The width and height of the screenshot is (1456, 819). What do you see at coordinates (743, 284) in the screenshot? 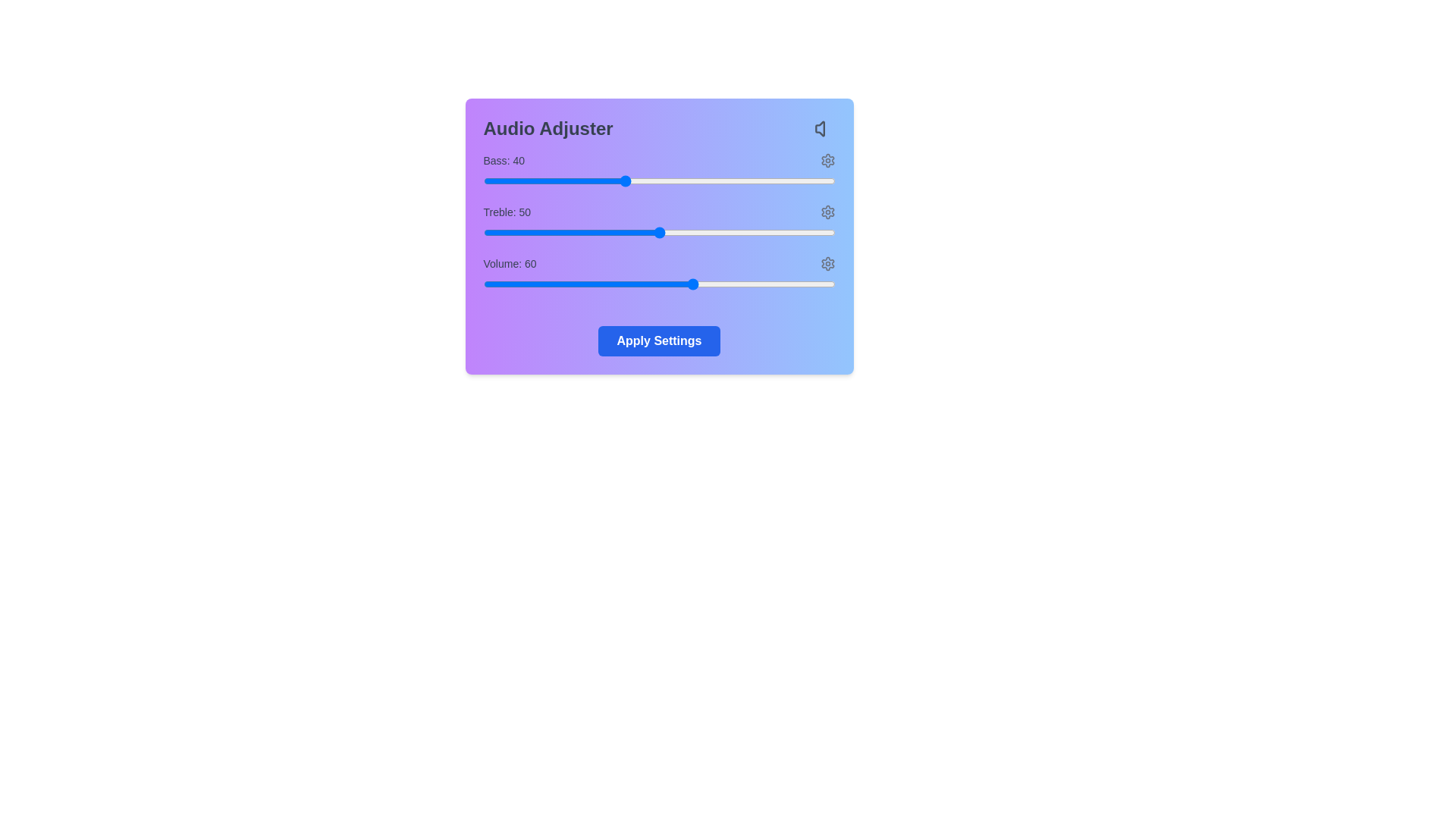
I see `the volume` at bounding box center [743, 284].